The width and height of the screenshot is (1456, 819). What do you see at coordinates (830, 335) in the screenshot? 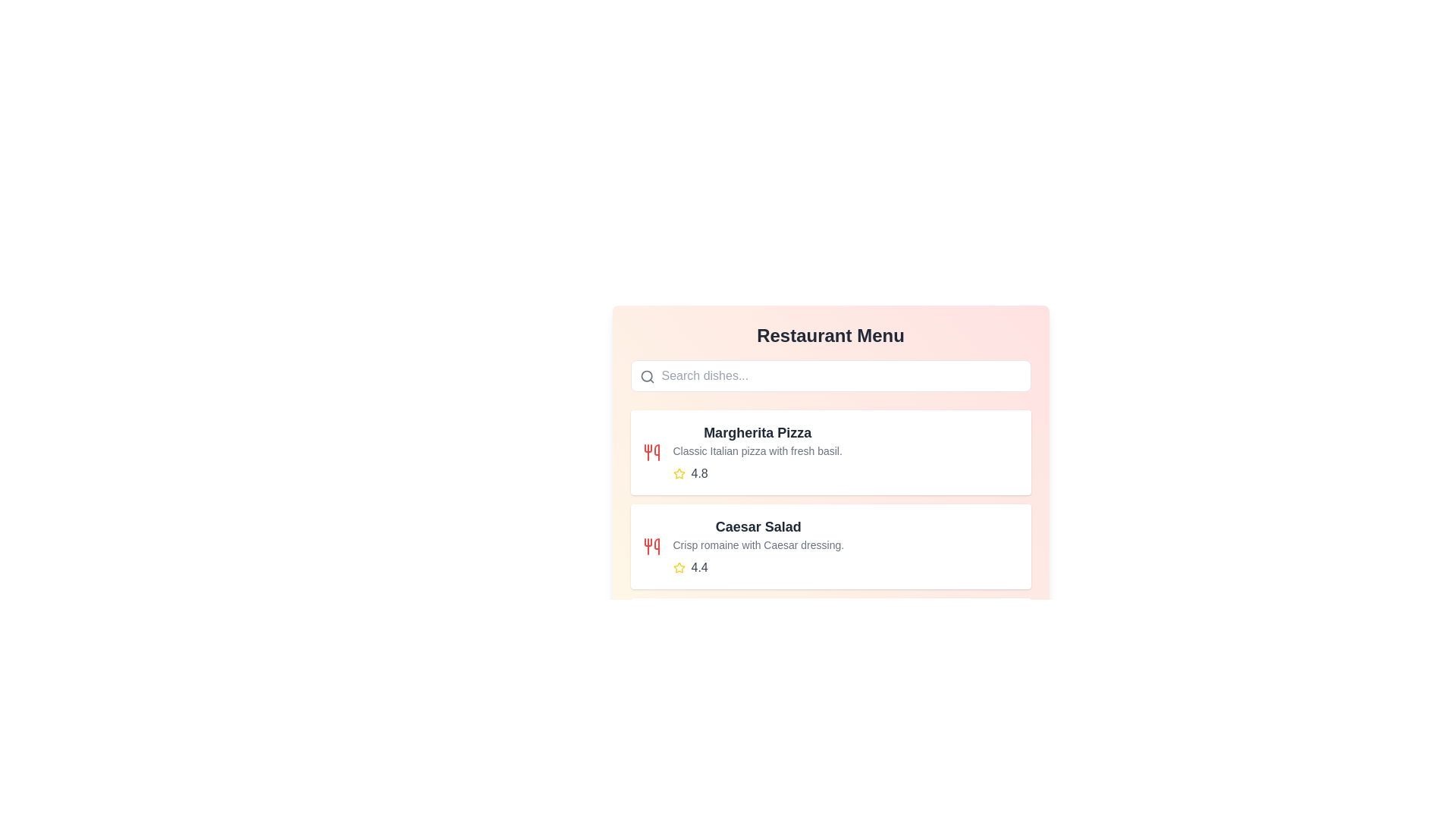
I see `the header text label at the center top of the menu card, which identifies the content of the section and is positioned above the search input field` at bounding box center [830, 335].